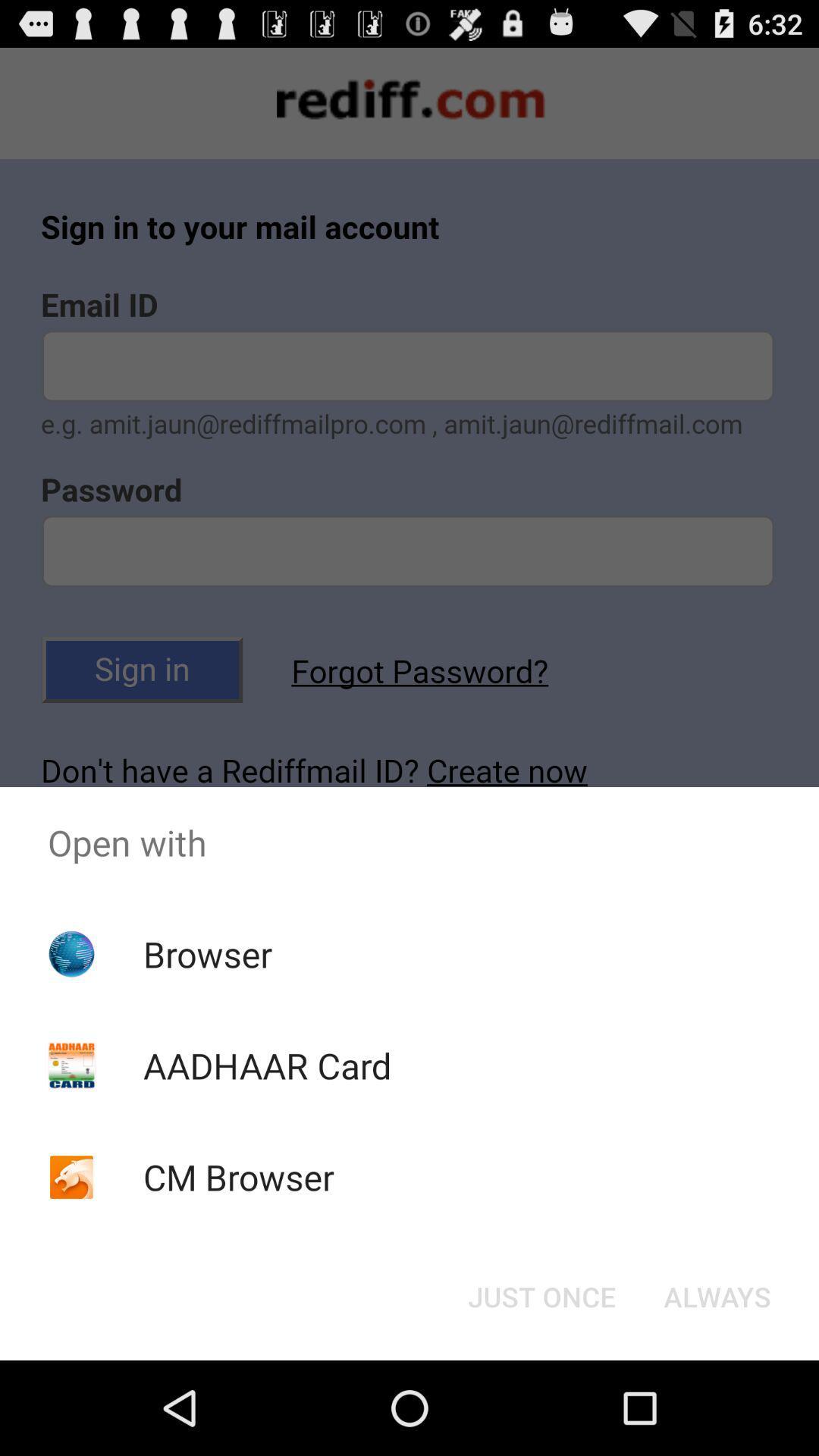 The image size is (819, 1456). I want to click on the app above cm browser, so click(266, 1065).